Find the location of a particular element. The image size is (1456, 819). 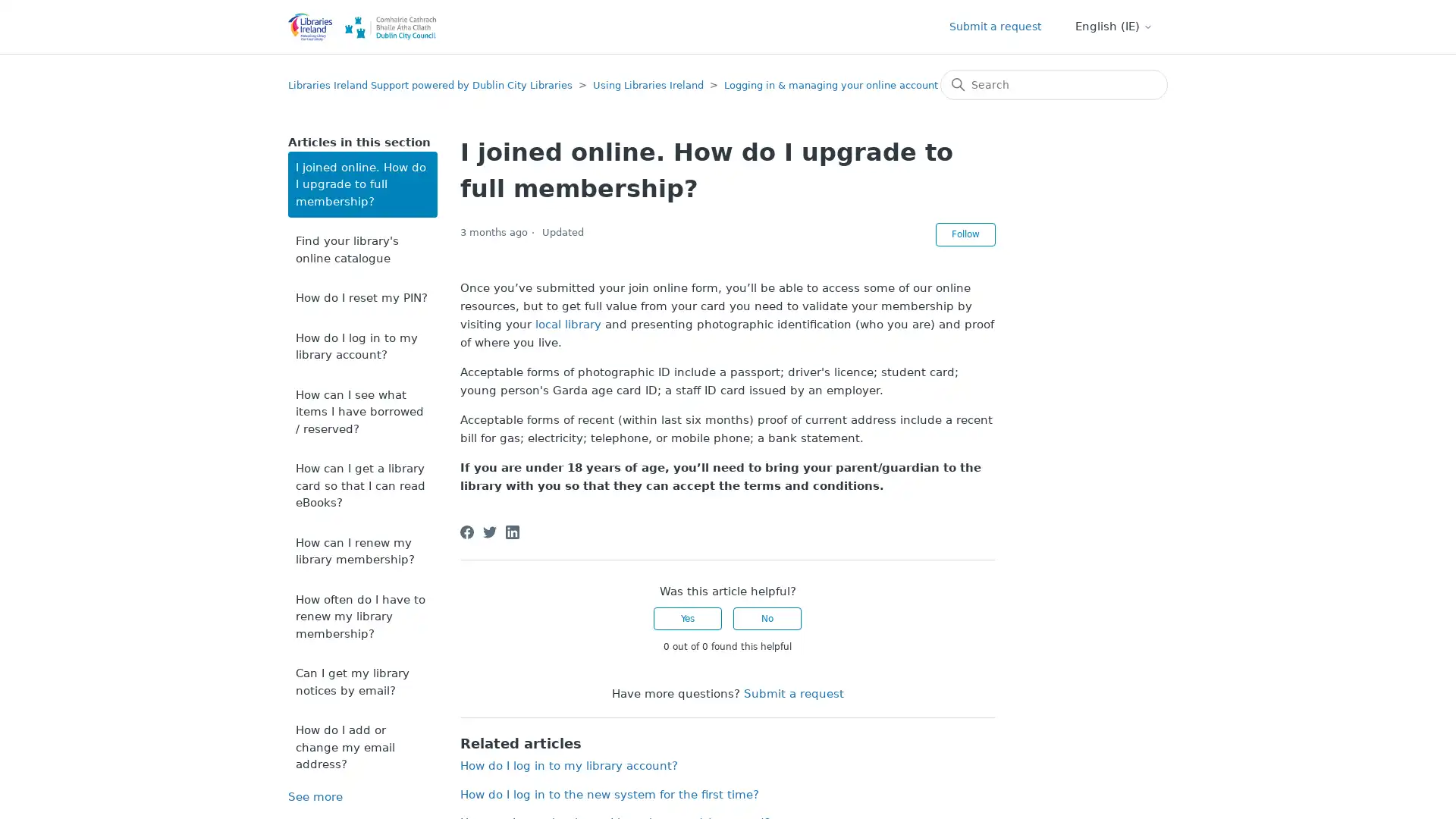

This article was not helpful is located at coordinates (767, 619).